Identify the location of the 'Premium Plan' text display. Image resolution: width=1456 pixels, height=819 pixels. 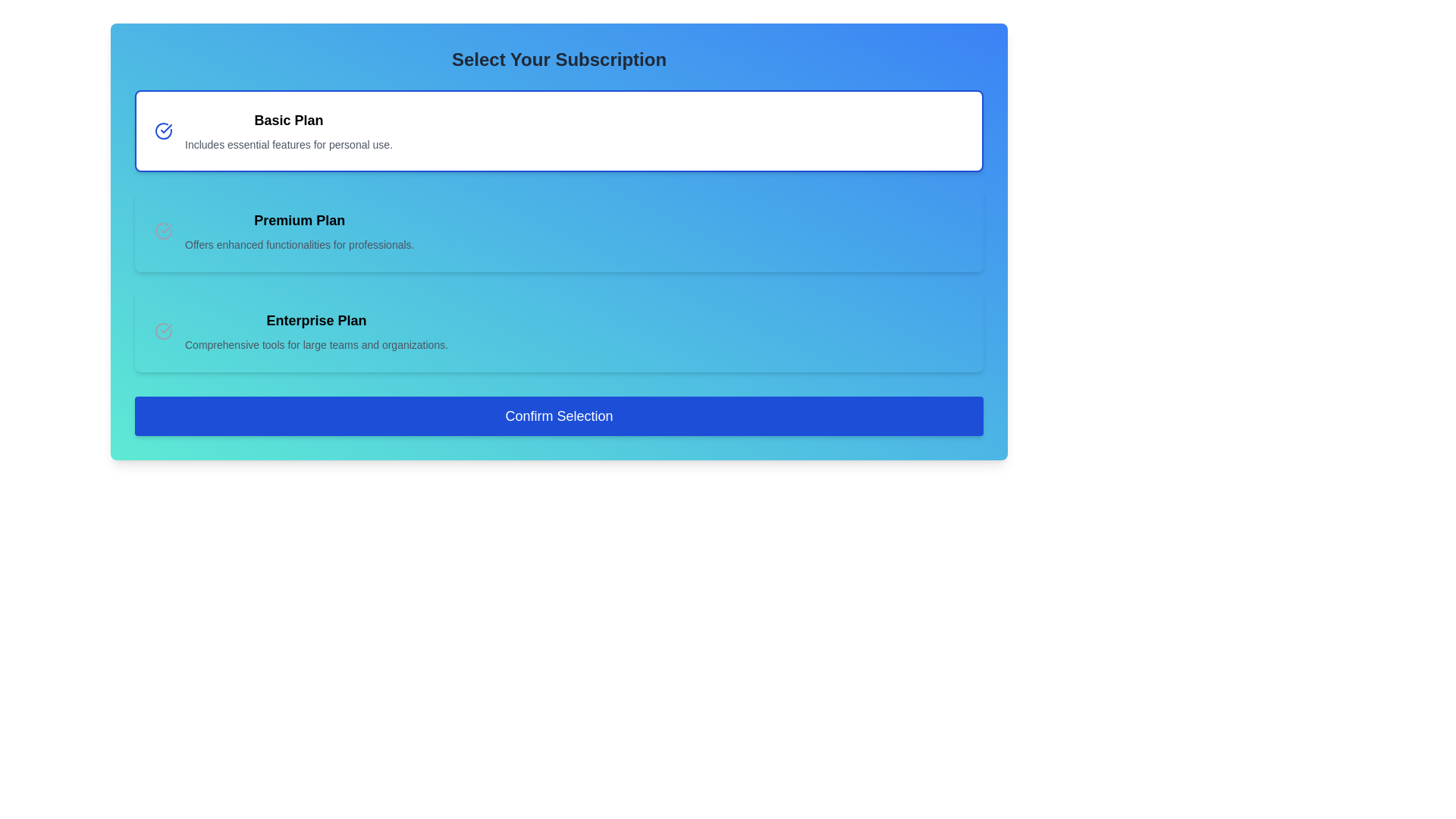
(300, 231).